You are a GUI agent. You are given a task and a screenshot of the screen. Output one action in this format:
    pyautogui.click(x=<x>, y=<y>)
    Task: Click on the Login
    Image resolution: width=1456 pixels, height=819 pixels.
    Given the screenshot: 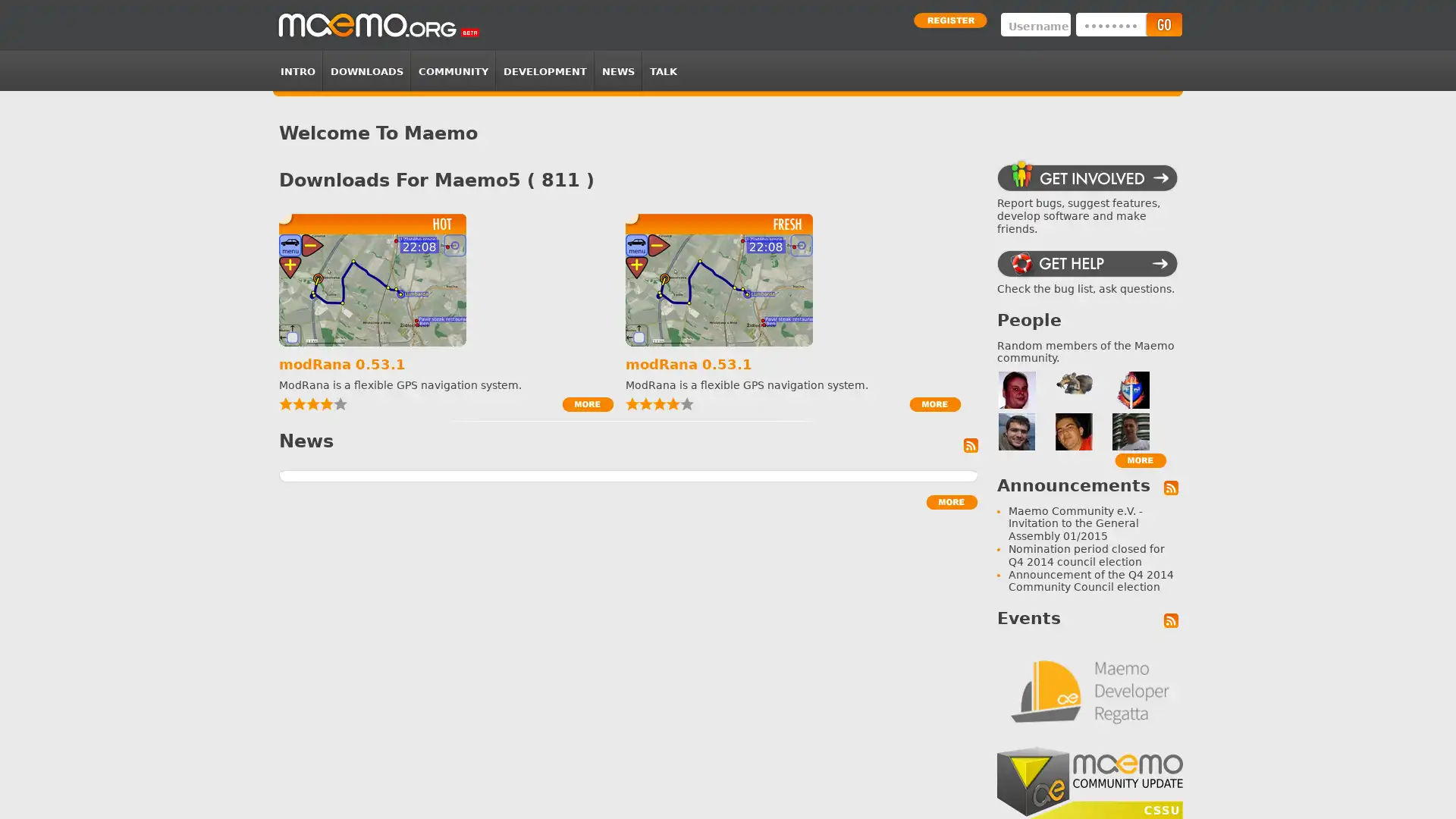 What is the action you would take?
    pyautogui.click(x=1163, y=24)
    